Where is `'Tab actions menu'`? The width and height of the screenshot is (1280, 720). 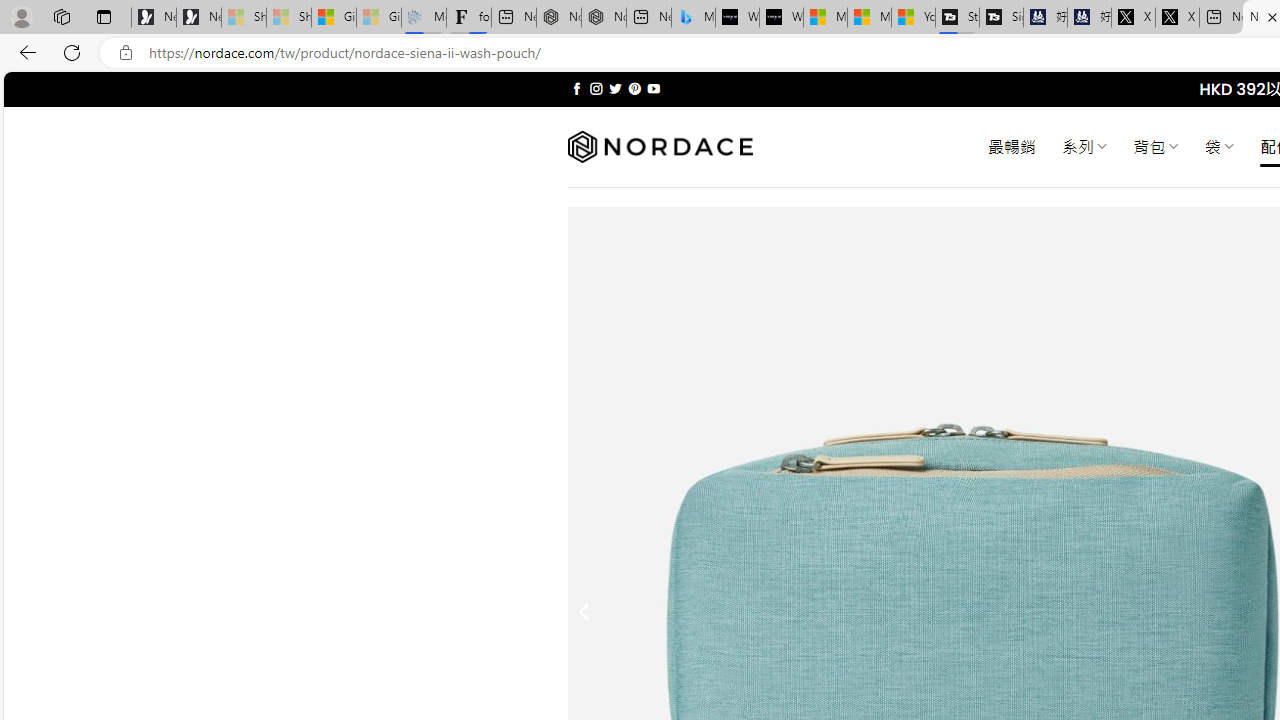
'Tab actions menu' is located at coordinates (103, 16).